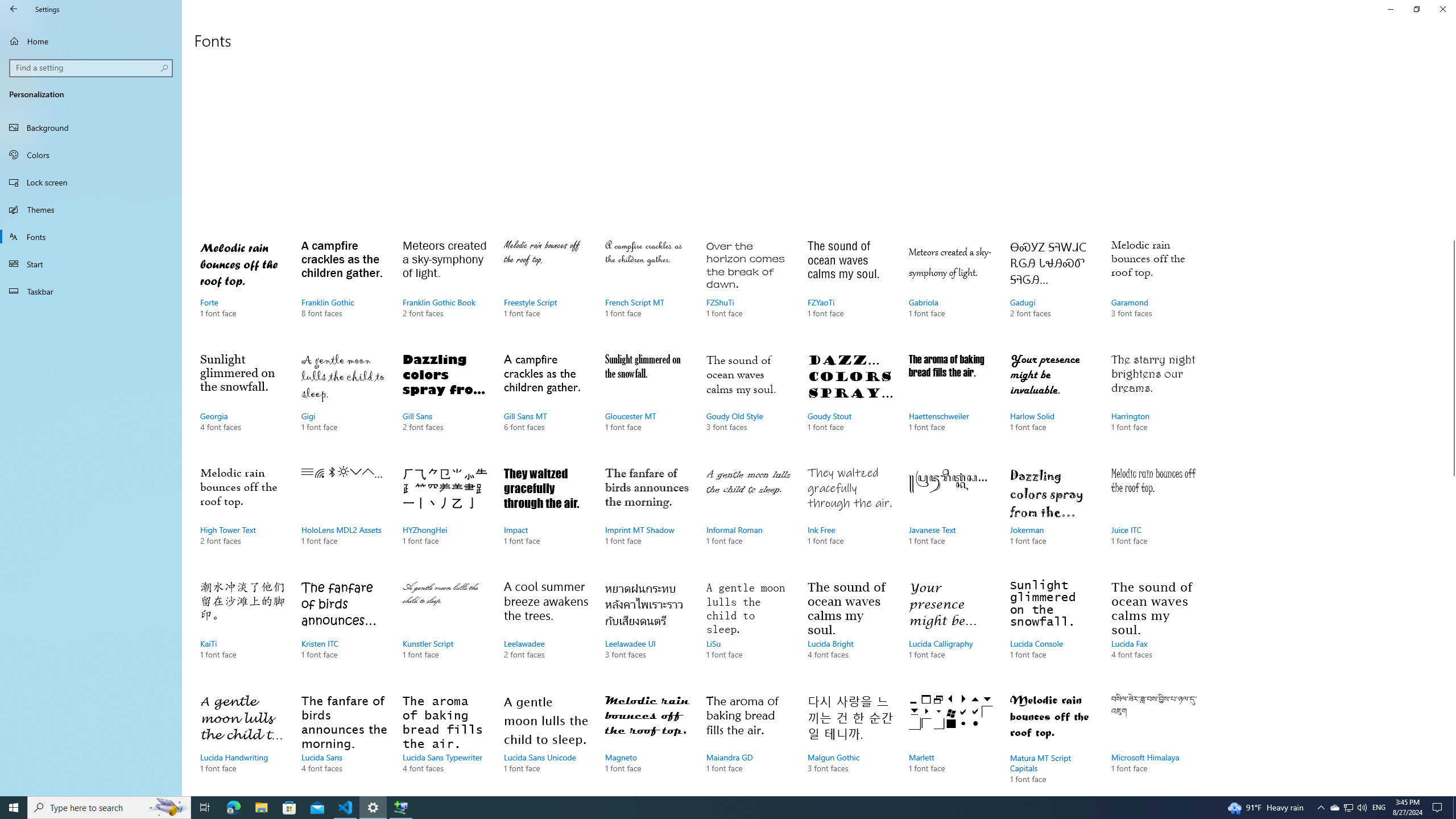 This screenshot has height=819, width=1456. I want to click on 'Franklin Gothic Book, 2 font faces', so click(445, 289).